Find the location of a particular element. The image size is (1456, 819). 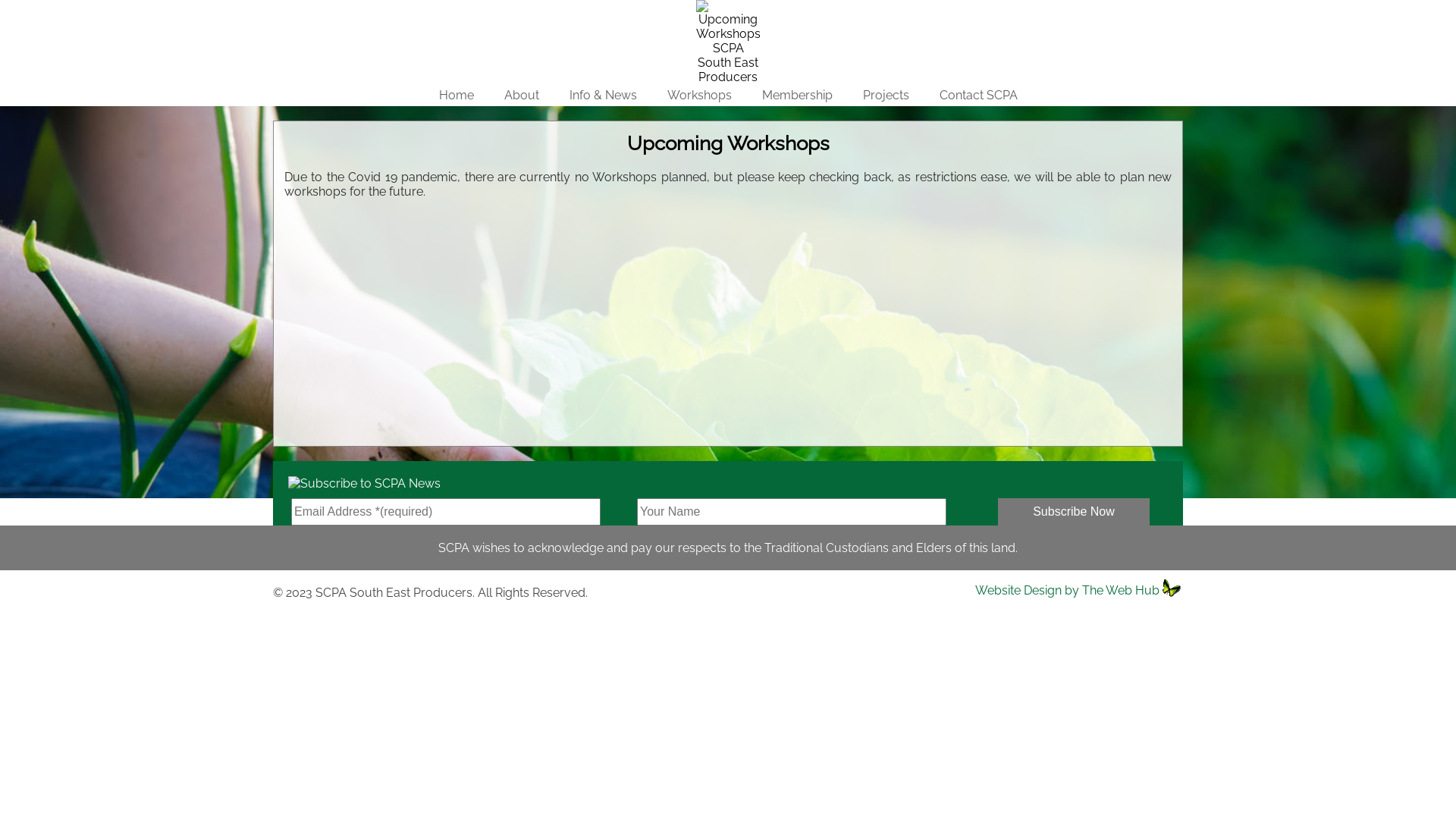

'About' is located at coordinates (520, 95).